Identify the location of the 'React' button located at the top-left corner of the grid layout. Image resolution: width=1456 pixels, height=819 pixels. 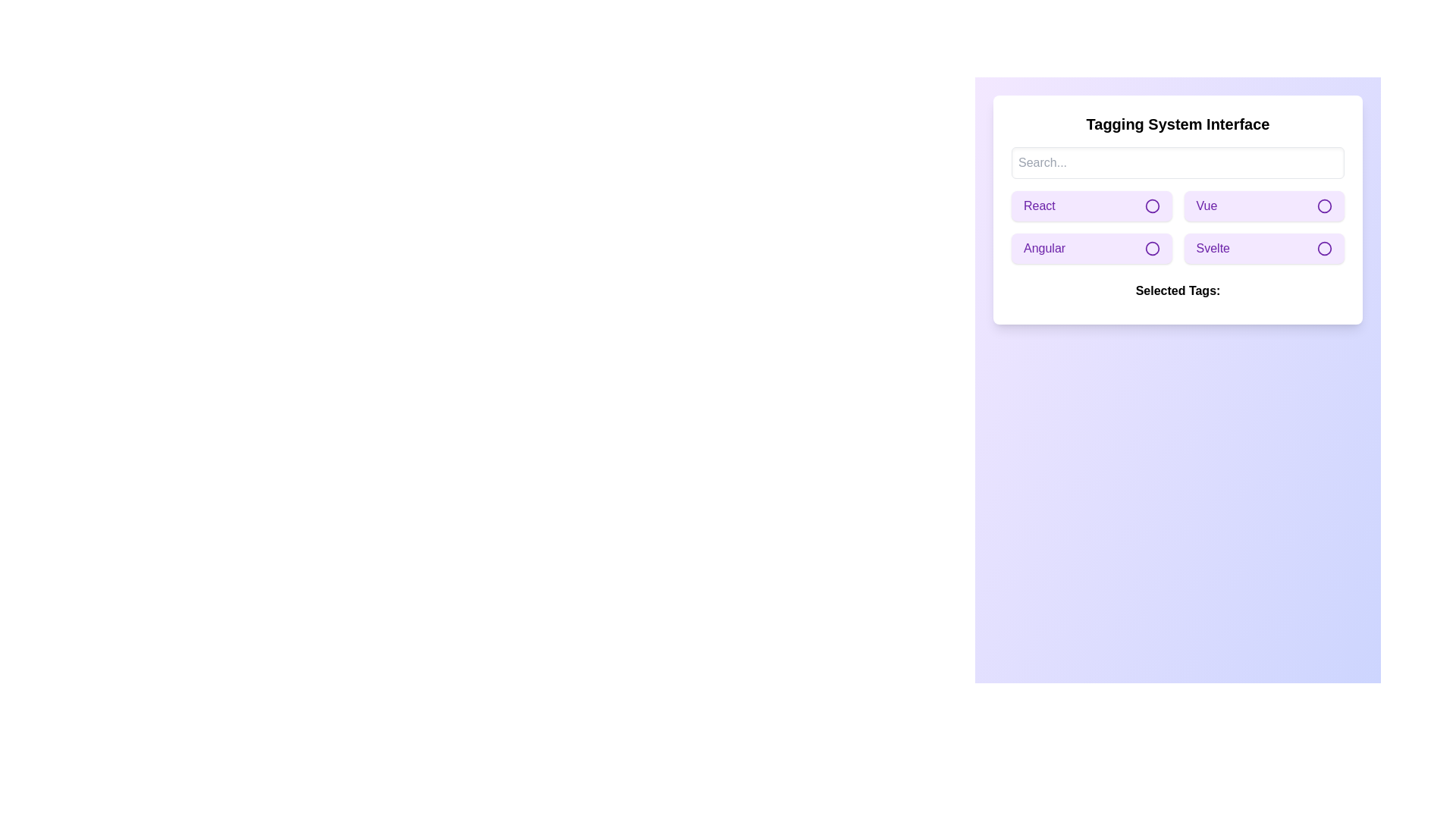
(1090, 206).